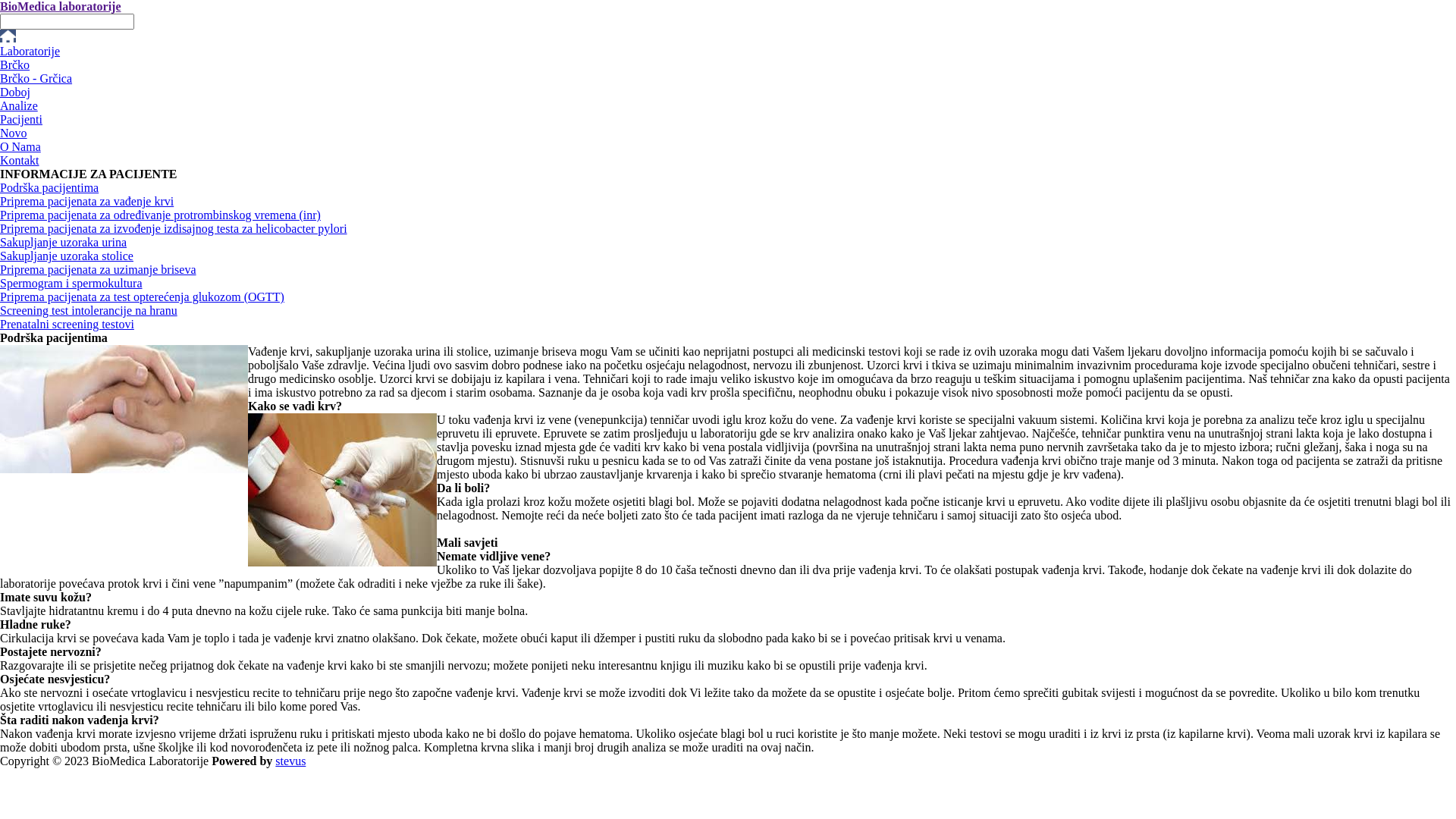 This screenshot has width=1456, height=819. What do you see at coordinates (71, 283) in the screenshot?
I see `'Spermogram i spermokultura'` at bounding box center [71, 283].